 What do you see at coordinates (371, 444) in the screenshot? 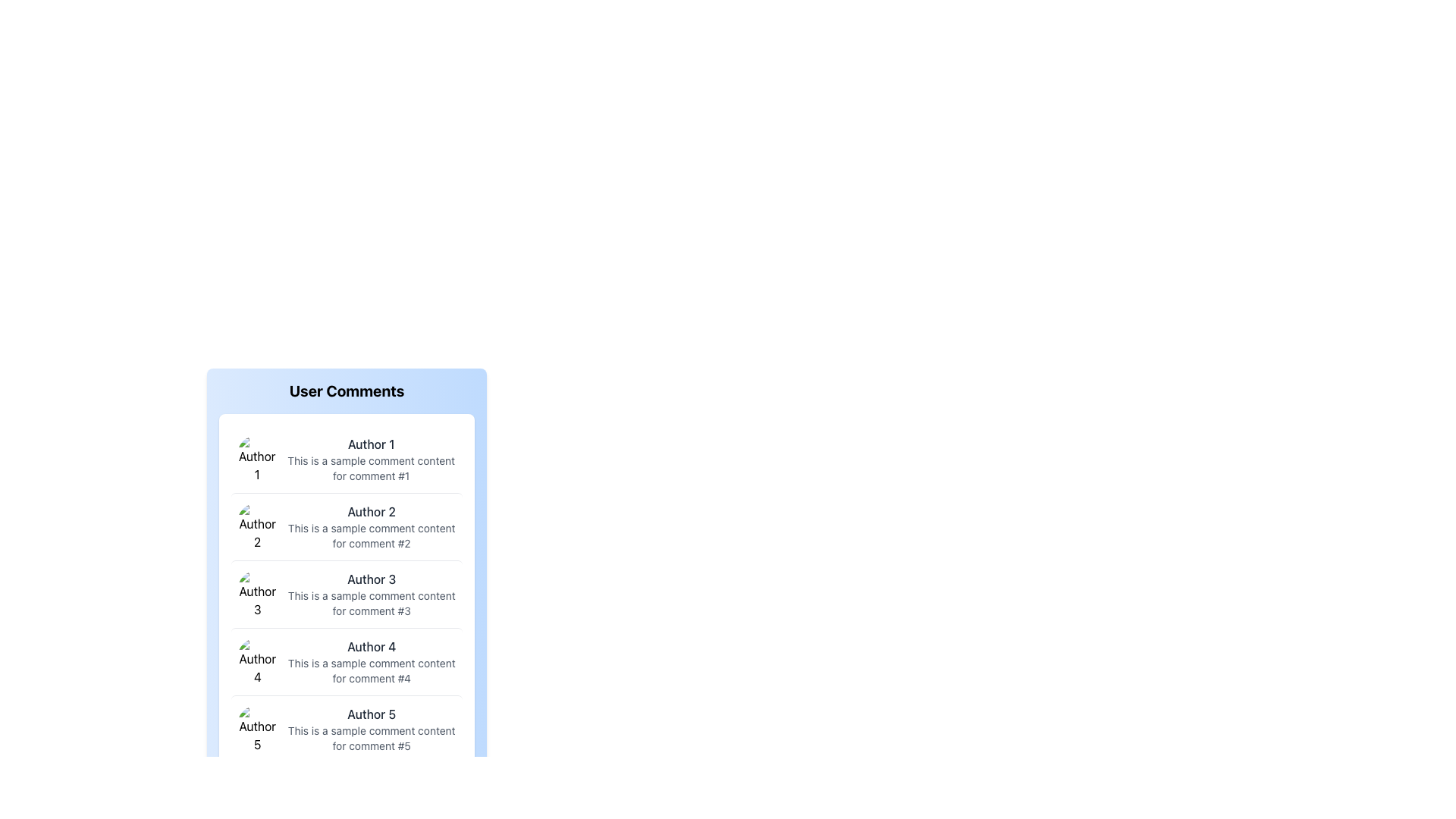
I see `the text label displaying 'Author 1' in bold gray font, located in the header section of the first comment block` at bounding box center [371, 444].